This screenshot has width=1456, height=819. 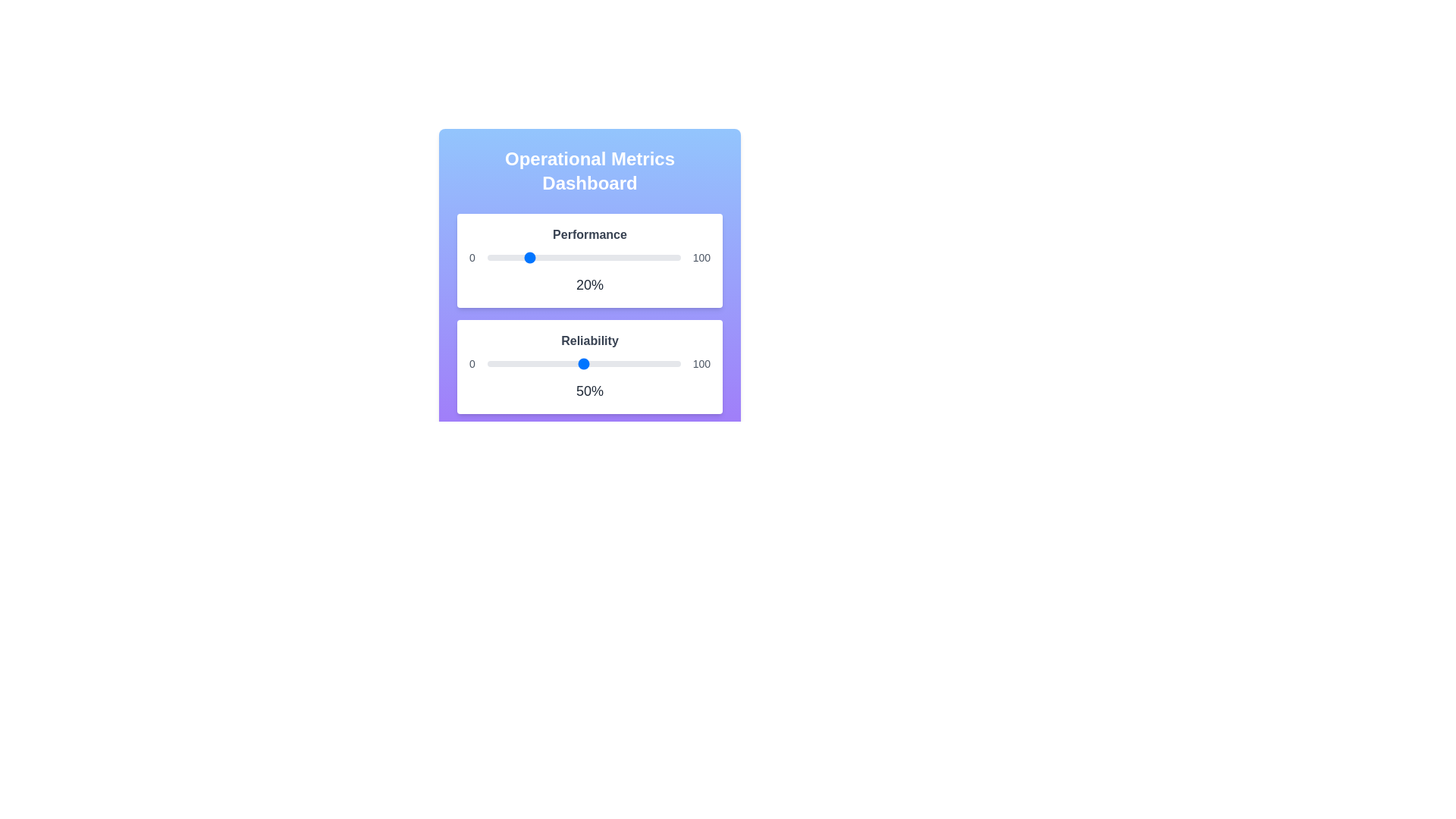 What do you see at coordinates (701, 256) in the screenshot?
I see `the text label displaying the number '100', which is styled in gray and located to the right of the horizontal slider for the 'Performance' metric` at bounding box center [701, 256].